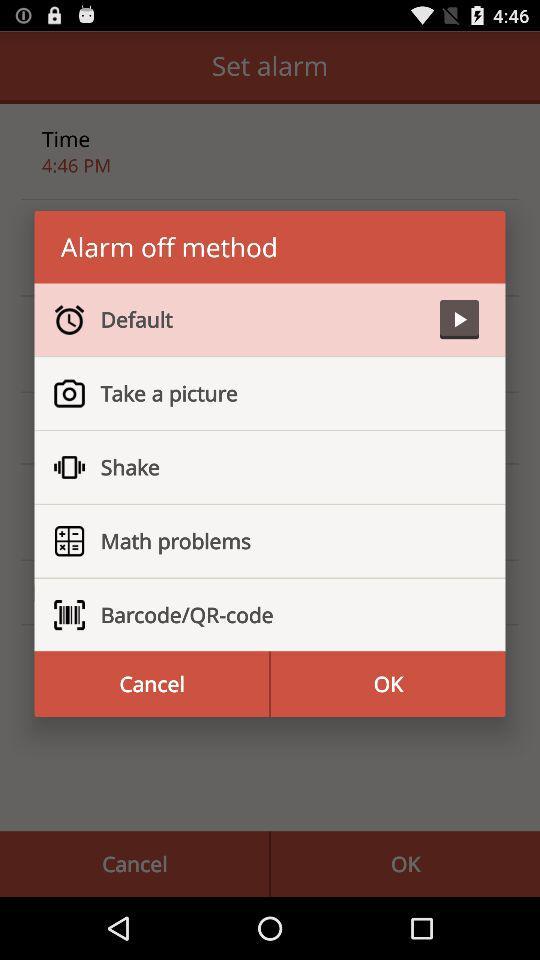 The image size is (540, 960). I want to click on alarm sound, so click(459, 319).